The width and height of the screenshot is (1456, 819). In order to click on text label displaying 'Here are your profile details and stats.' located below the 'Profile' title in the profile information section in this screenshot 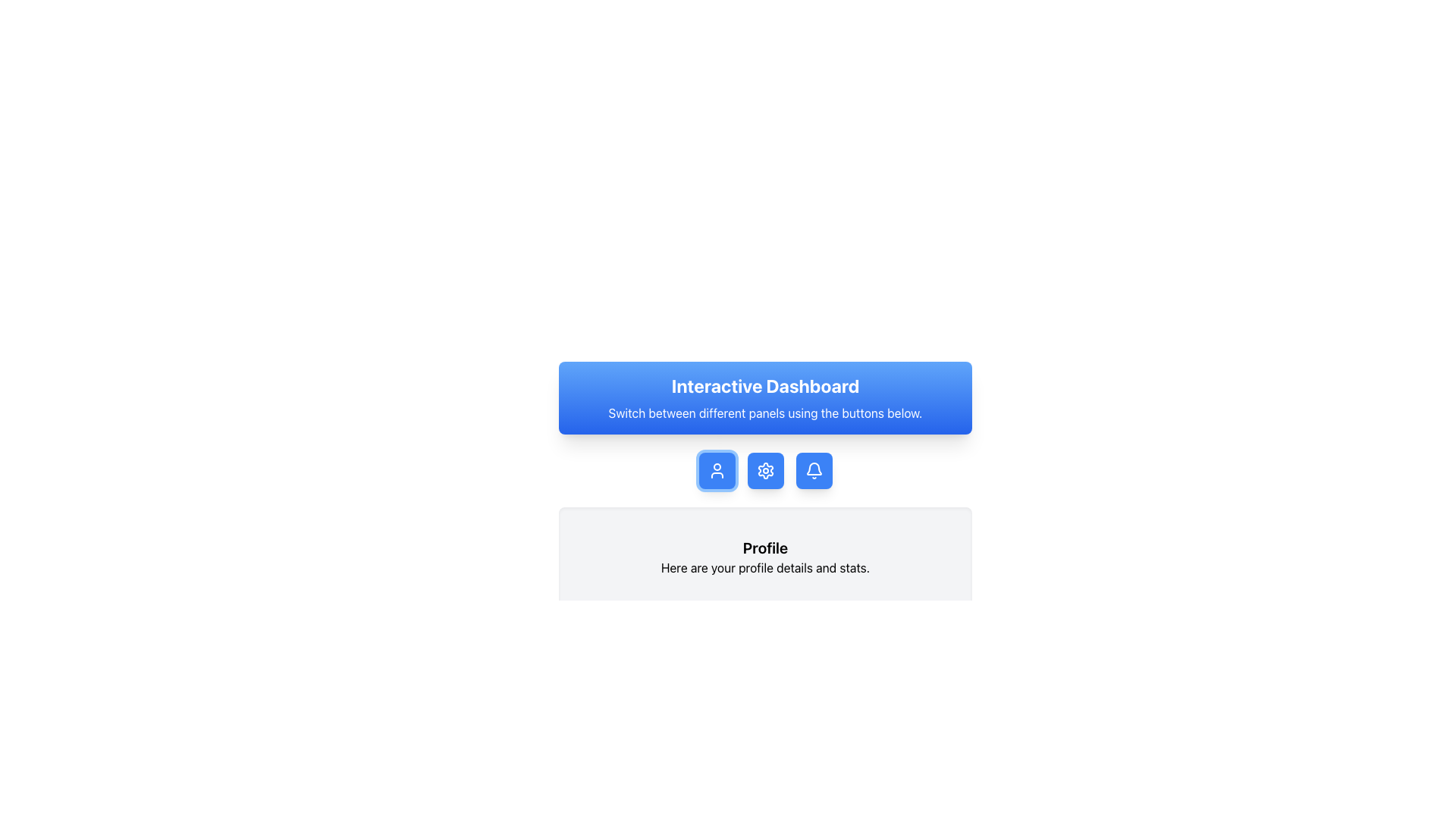, I will do `click(765, 567)`.